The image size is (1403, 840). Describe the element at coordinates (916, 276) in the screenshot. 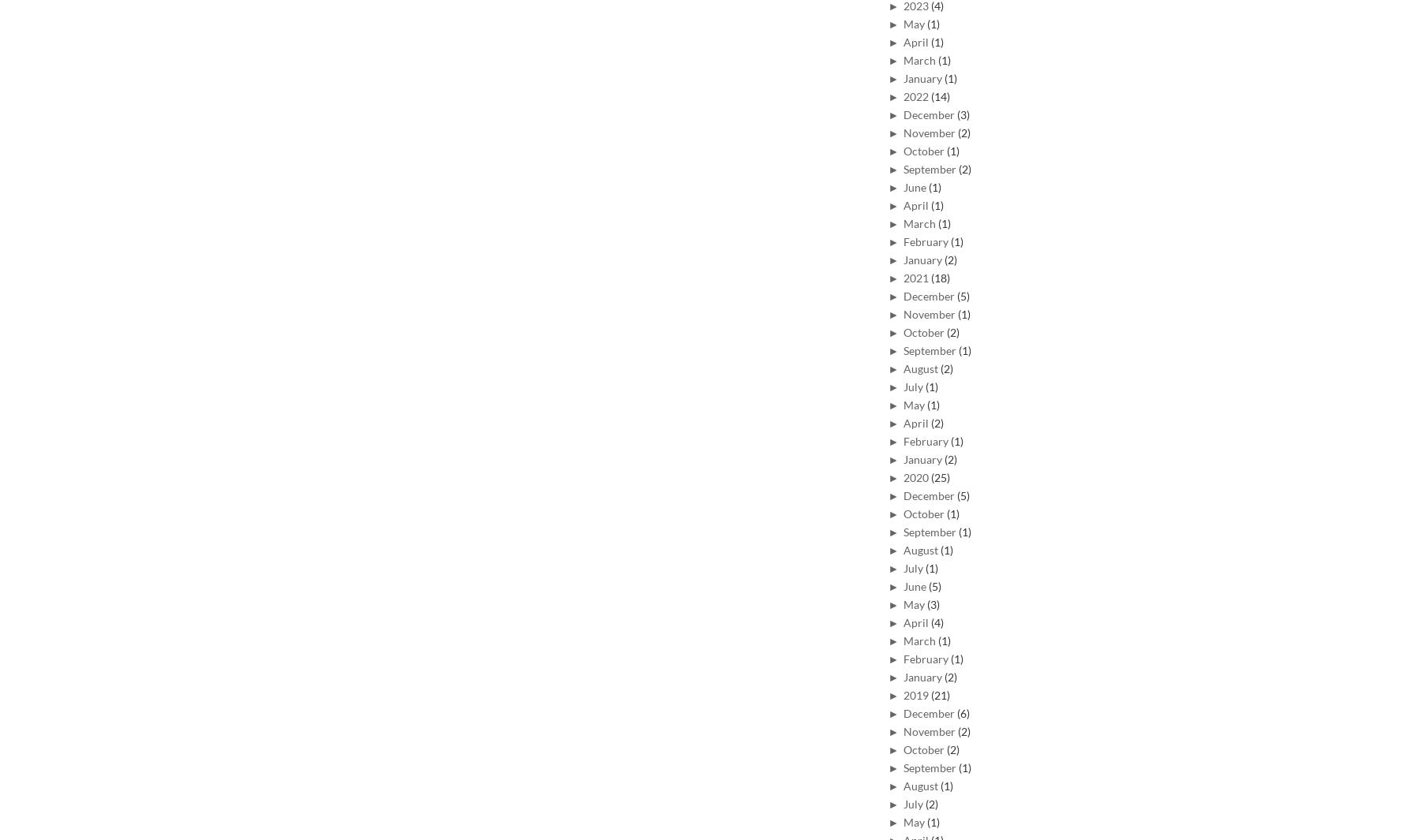

I see `'2021'` at that location.